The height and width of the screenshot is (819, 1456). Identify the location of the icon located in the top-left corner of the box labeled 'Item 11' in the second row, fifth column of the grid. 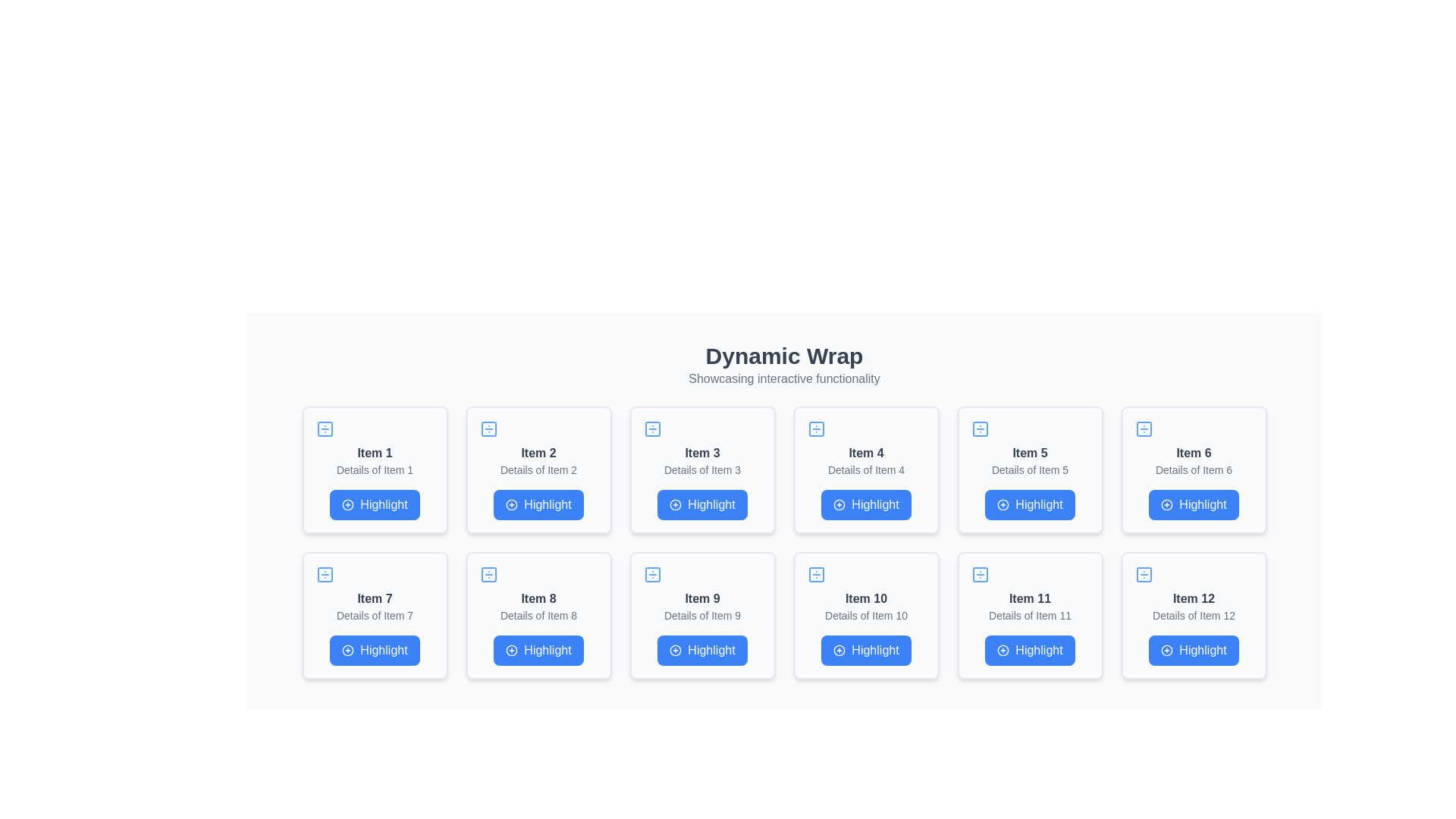
(980, 575).